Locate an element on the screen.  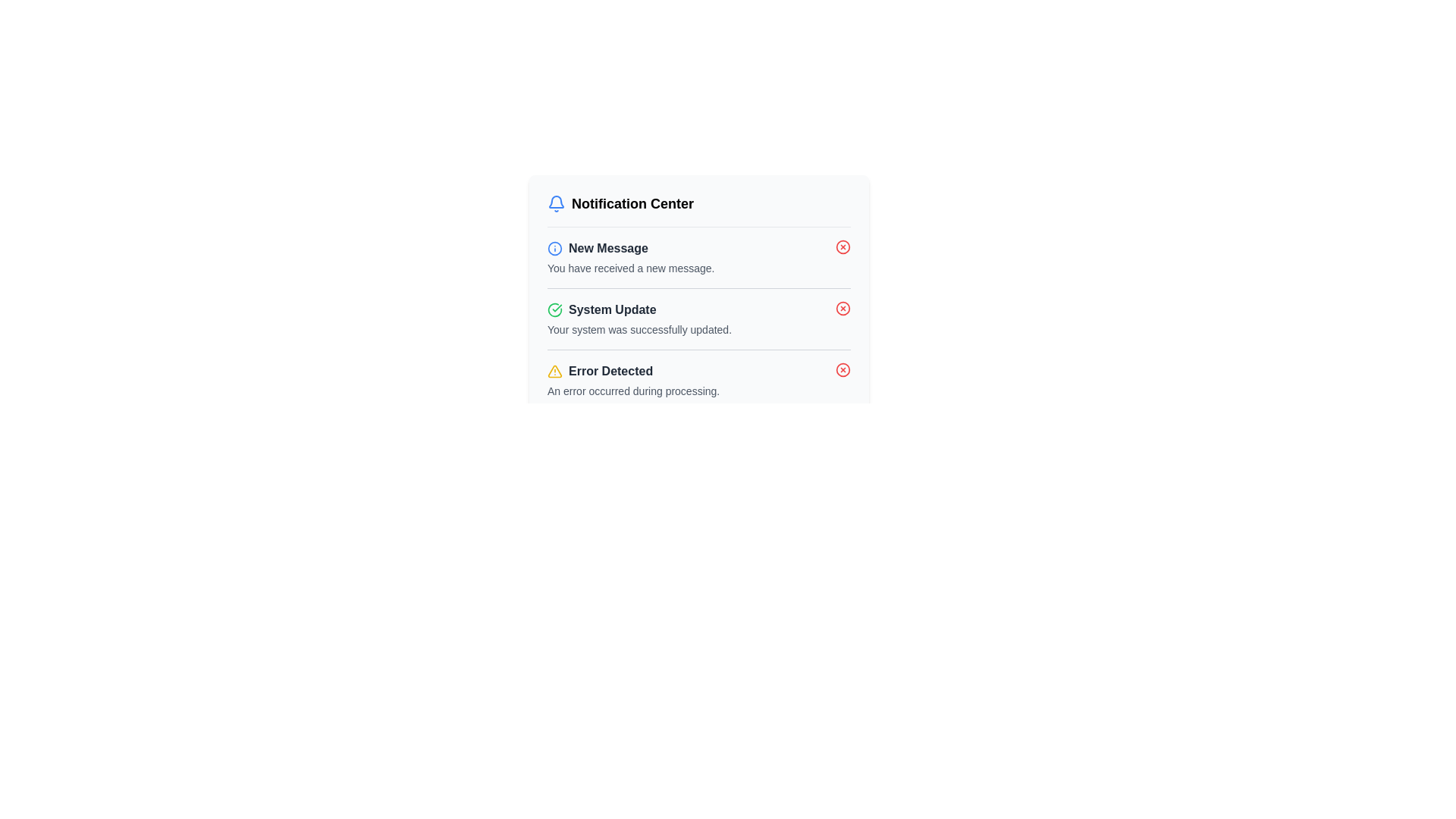
the circular SVG graphic with a red border and a white 'x' symbol, which indicates an error in the 'Error Detected' notification row is located at coordinates (843, 370).